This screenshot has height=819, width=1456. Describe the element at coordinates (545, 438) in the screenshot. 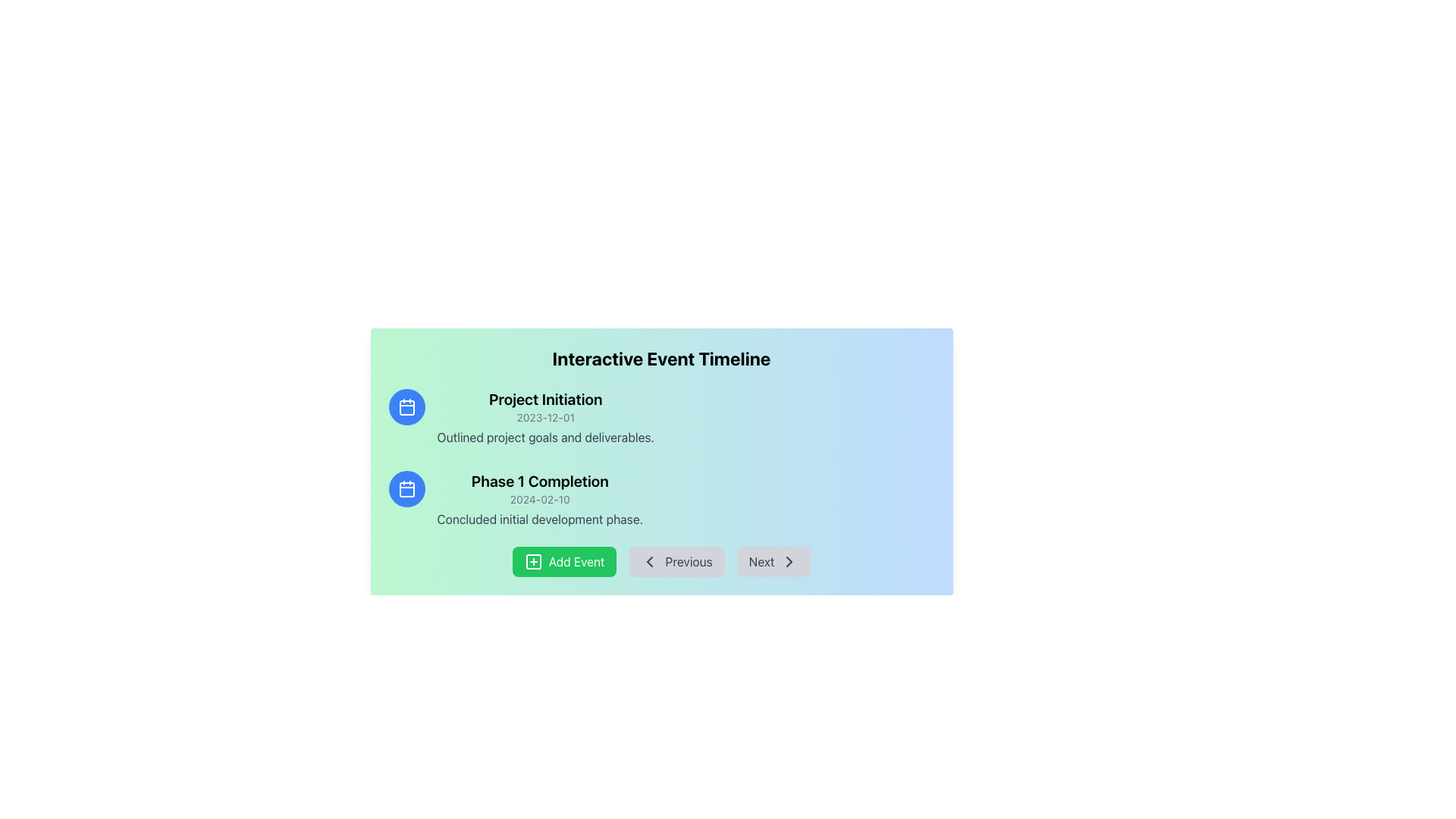

I see `the textual component containing the sentence 'Outlined project goals and deliverables.' which is styled in gray and located below 'Project Initiation' and '2023-12-01'` at that location.